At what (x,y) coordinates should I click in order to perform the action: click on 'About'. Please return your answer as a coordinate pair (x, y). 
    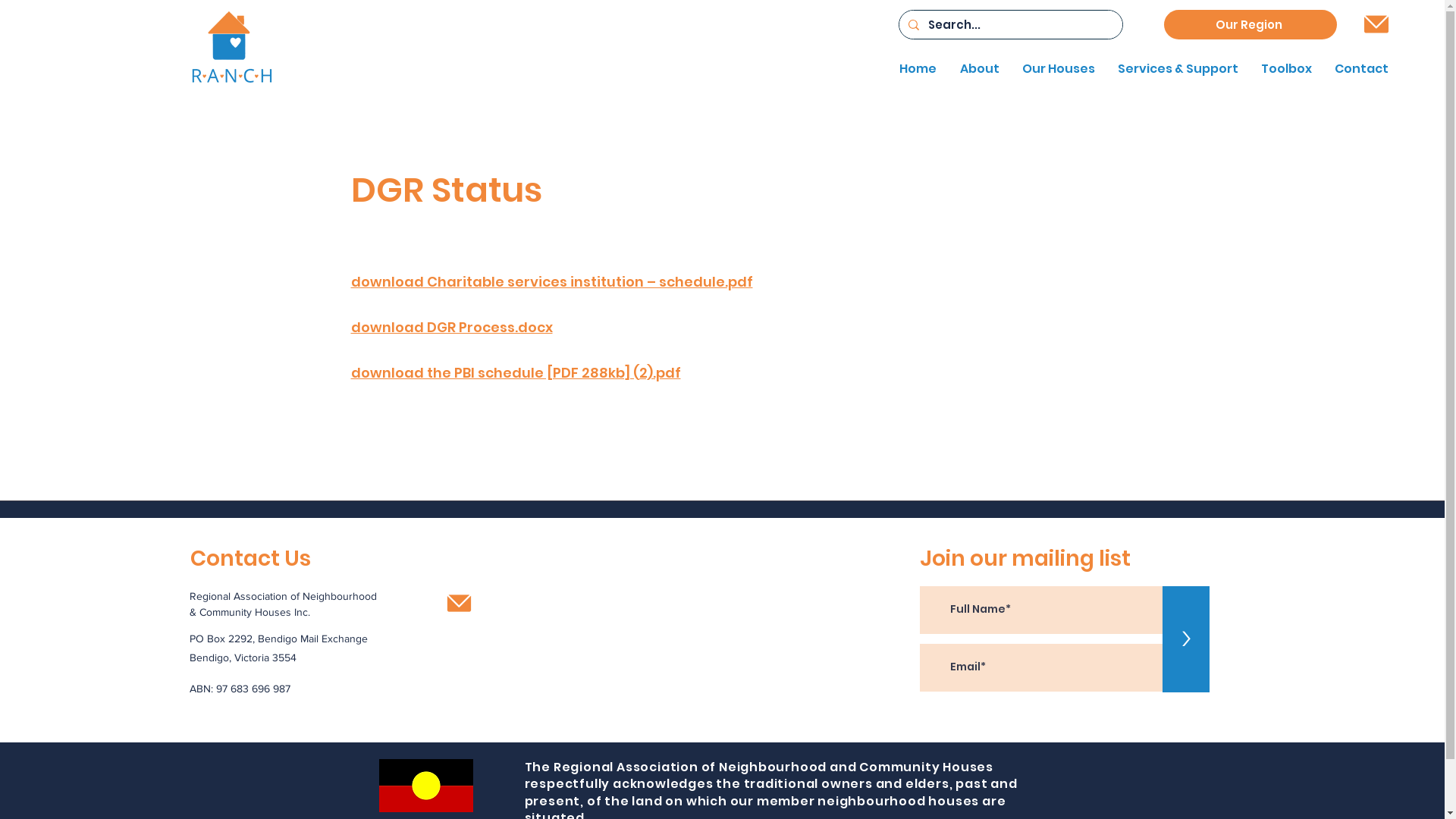
    Looking at the image, I should click on (975, 69).